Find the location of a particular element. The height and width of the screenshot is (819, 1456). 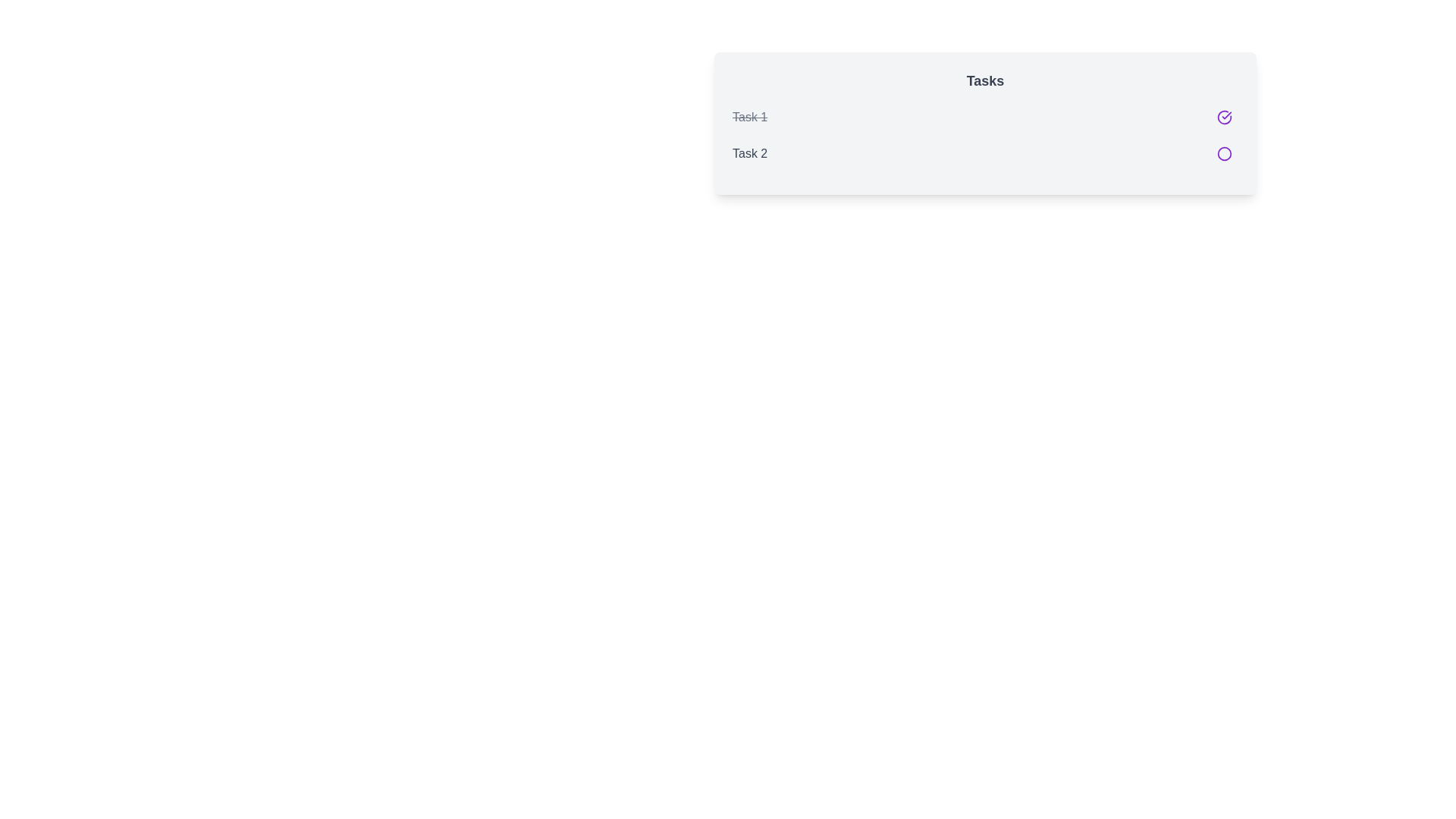

the icon representing an action or status indicator for 'Task 2', located in the second row towards the far right is located at coordinates (1224, 154).